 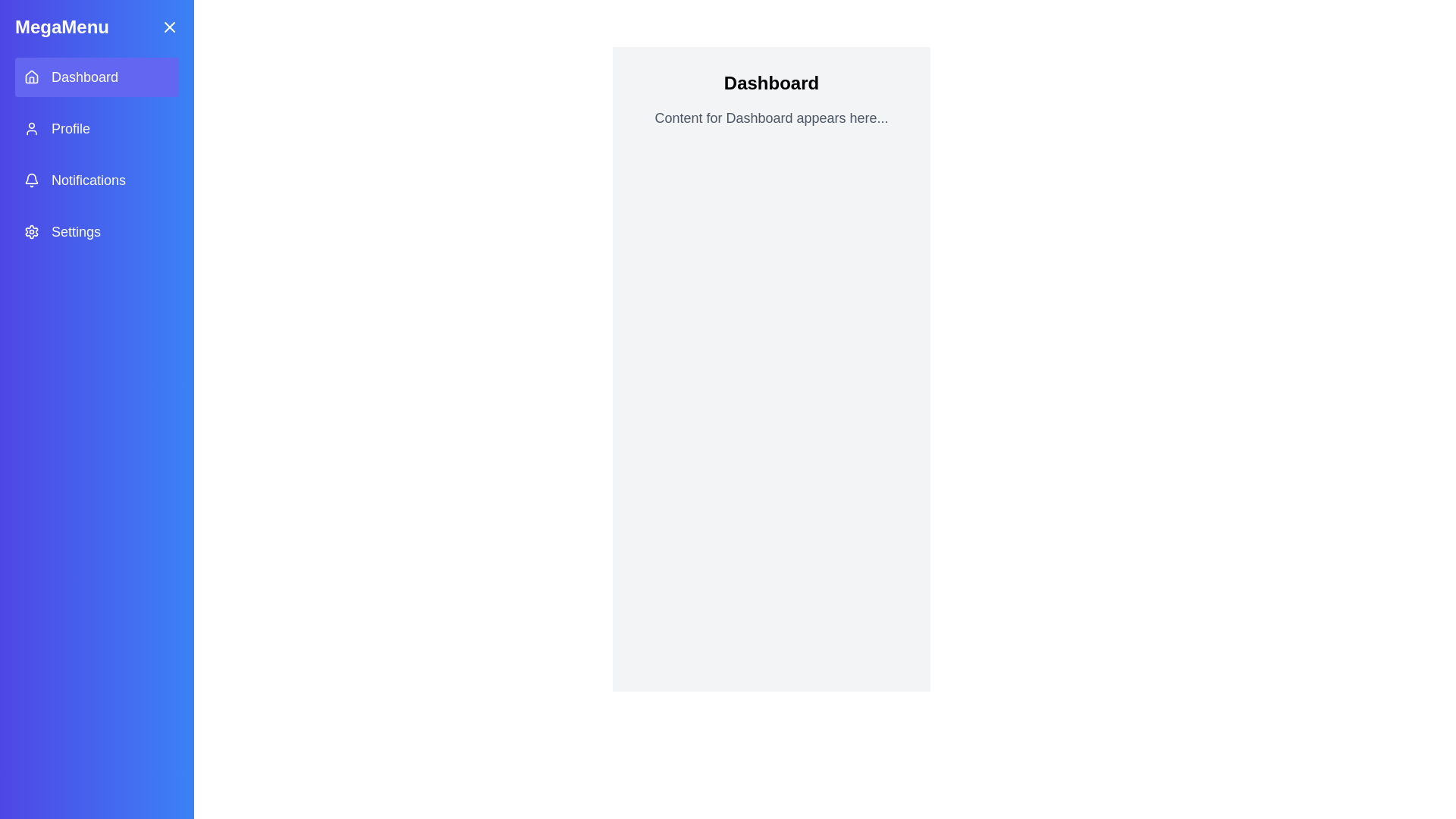 What do you see at coordinates (771, 117) in the screenshot?
I see `the text element that reads 'Content for Dashboard appears here...' which is styled in gray font and located below the 'Dashboard' text` at bounding box center [771, 117].